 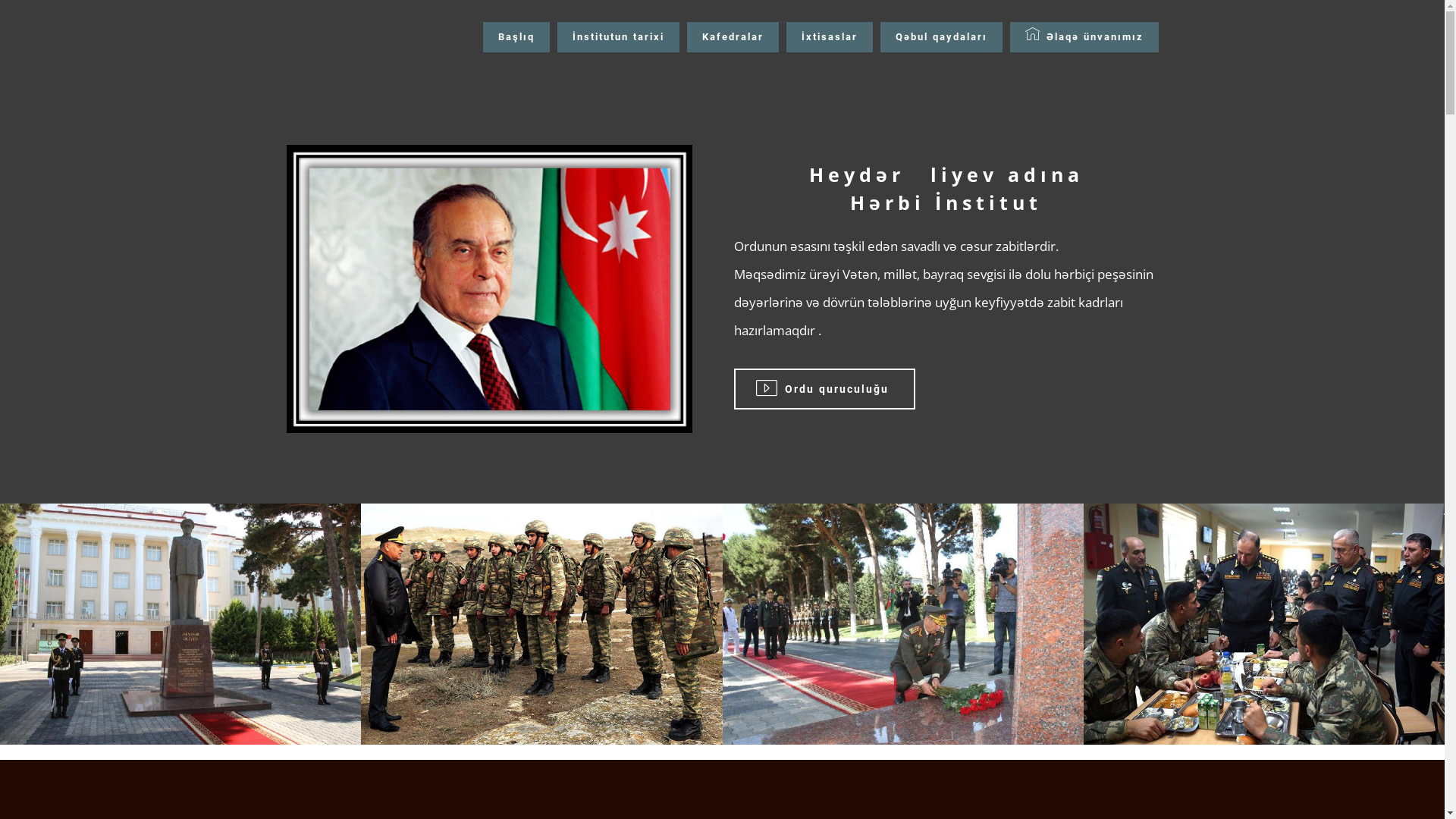 I want to click on 'Kafedralar', so click(x=733, y=36).